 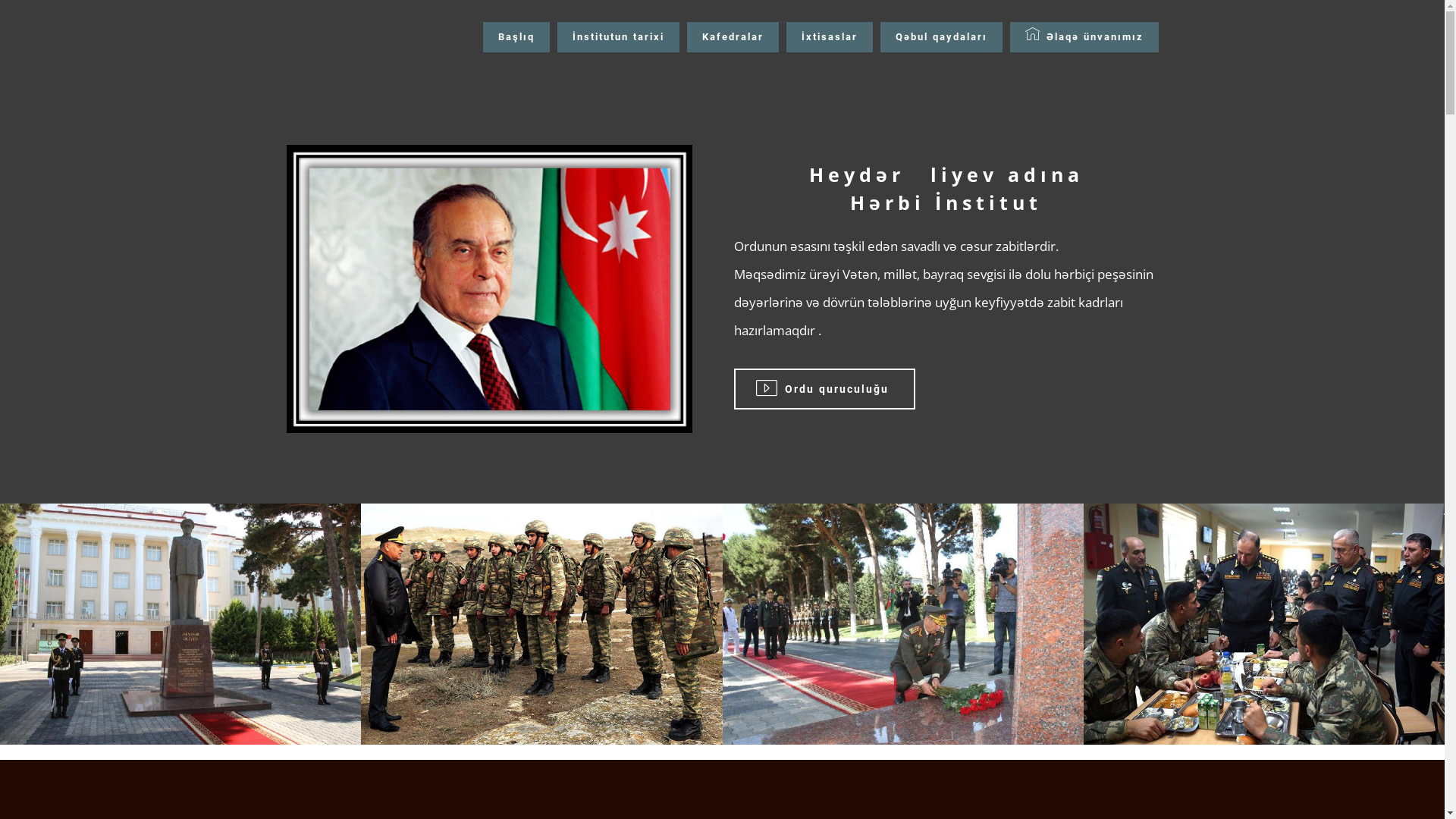 I want to click on 'Kafedralar', so click(x=733, y=36).